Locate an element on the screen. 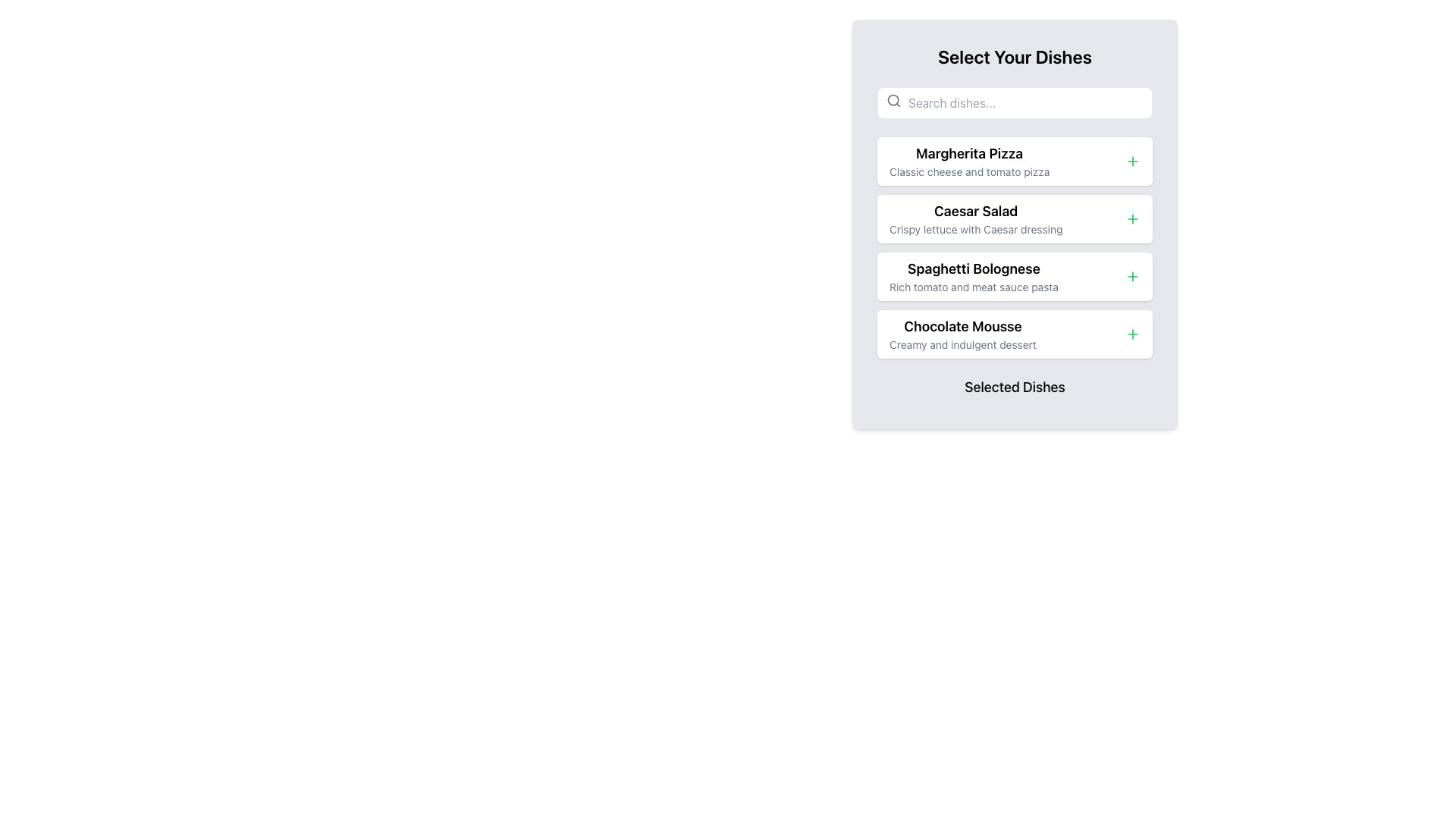 This screenshot has width=1456, height=819. the text display element that shows 'Caesar Salad' with the description 'Crispy lettuce with Caesar dressing' under the 'Select Your Dishes' section is located at coordinates (976, 219).